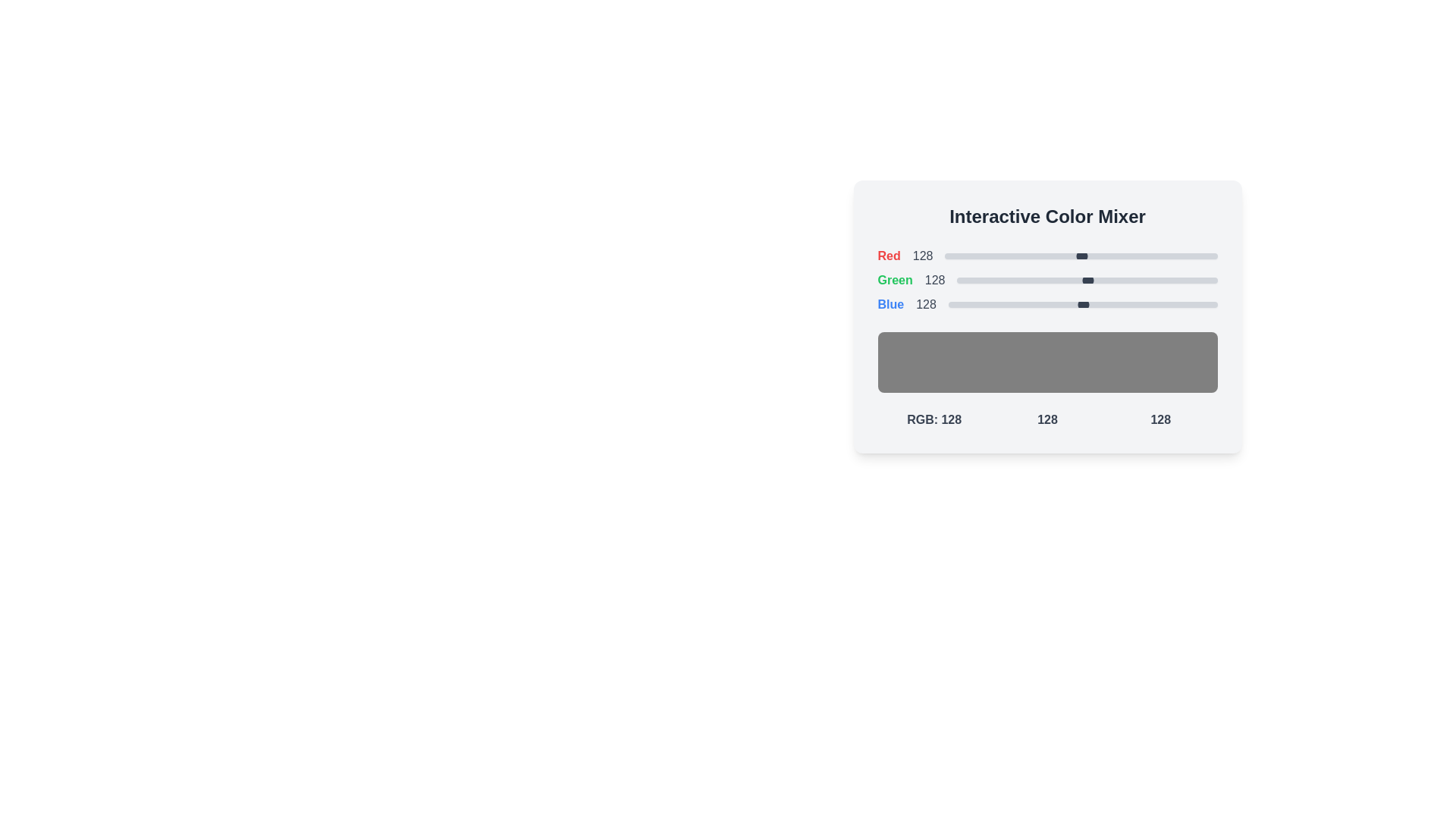 The height and width of the screenshot is (819, 1456). What do you see at coordinates (1185, 281) in the screenshot?
I see `the green color intensity` at bounding box center [1185, 281].